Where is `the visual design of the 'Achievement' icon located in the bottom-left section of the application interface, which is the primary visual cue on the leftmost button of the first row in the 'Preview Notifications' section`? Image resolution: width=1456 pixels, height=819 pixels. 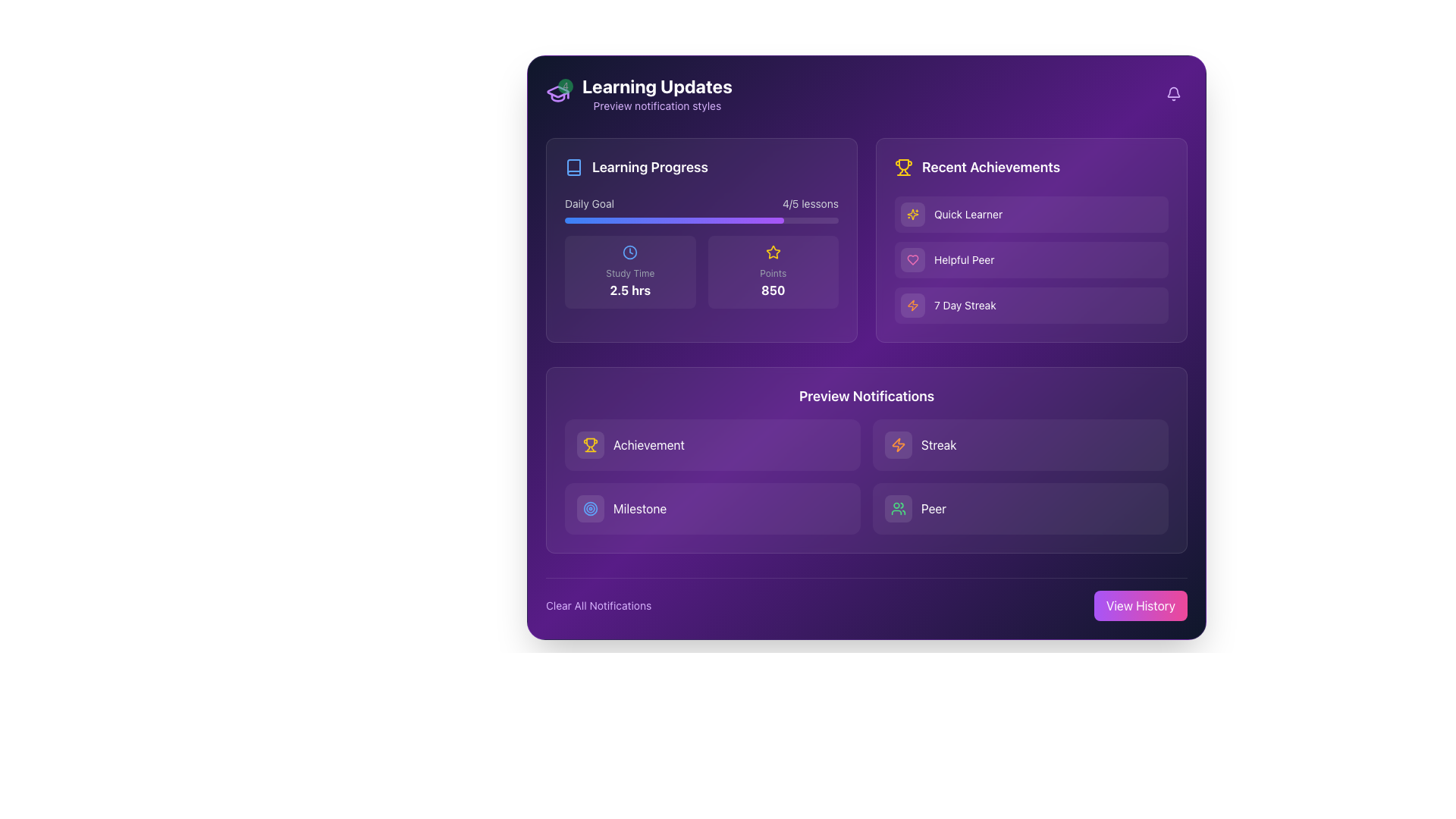 the visual design of the 'Achievement' icon located in the bottom-left section of the application interface, which is the primary visual cue on the leftmost button of the first row in the 'Preview Notifications' section is located at coordinates (589, 444).